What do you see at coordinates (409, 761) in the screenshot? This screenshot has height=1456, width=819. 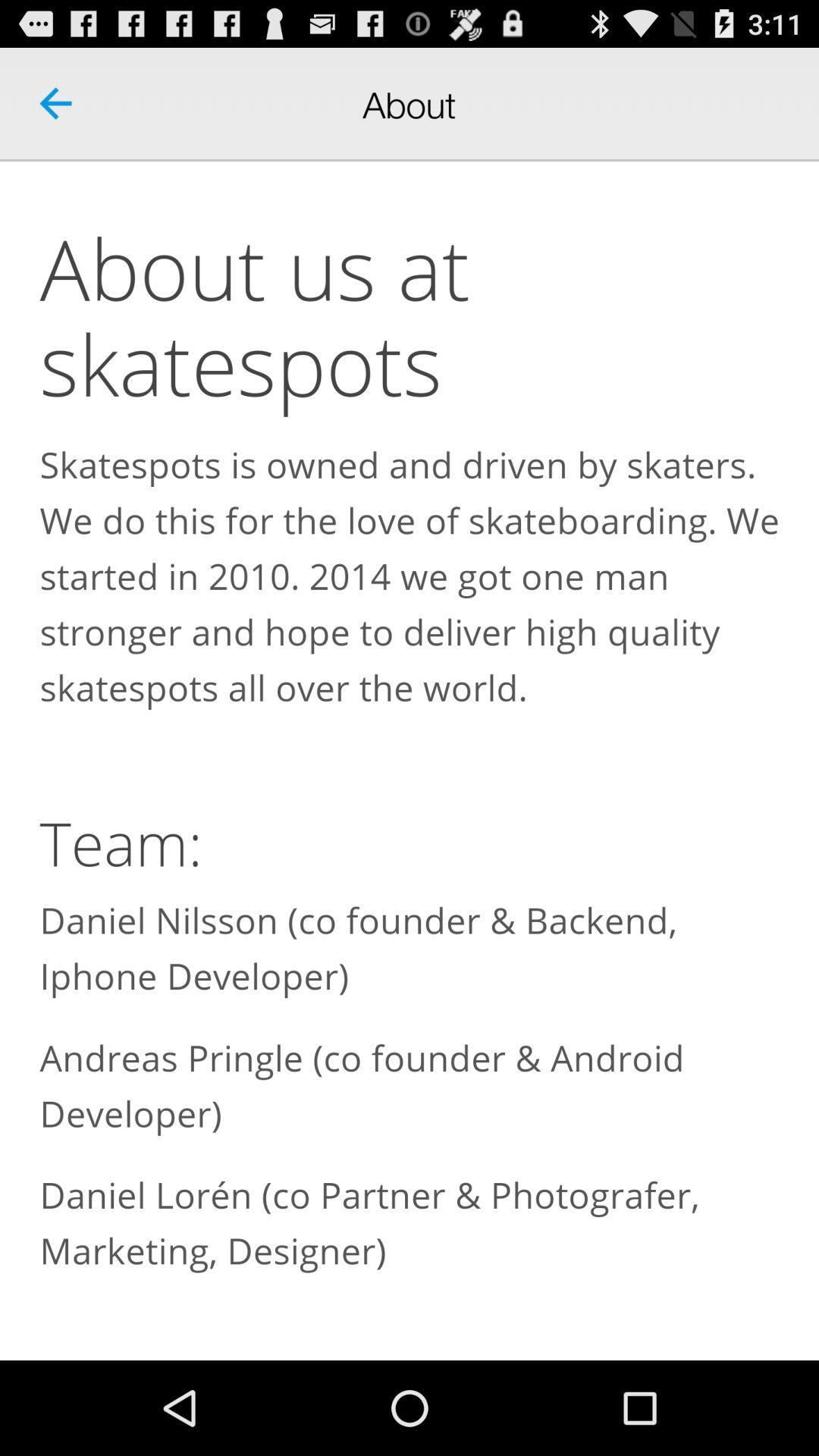 I see `about us section` at bounding box center [409, 761].